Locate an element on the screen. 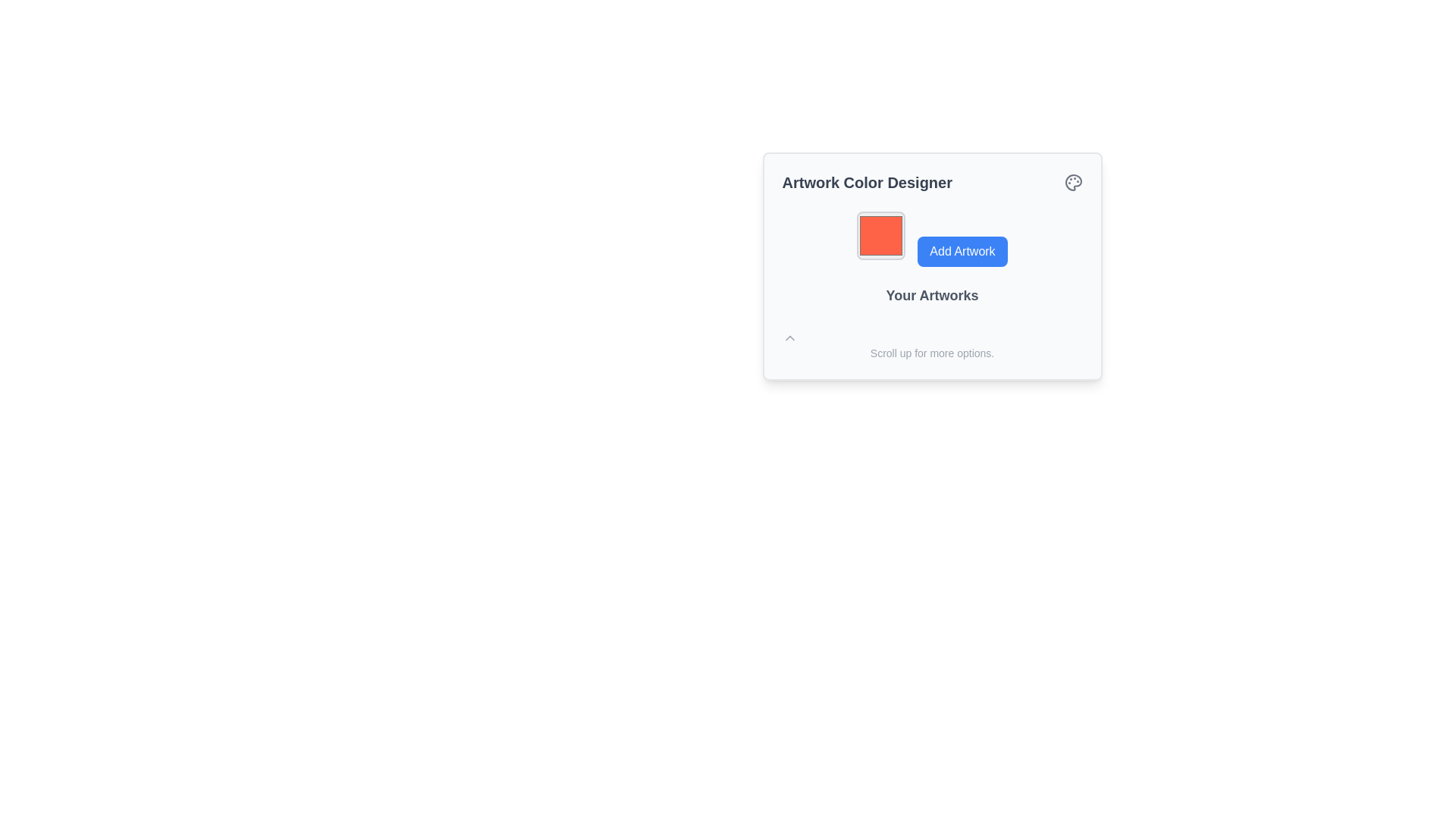  the decorative graphical icon located in the top-right corner of the 'Artwork Color Designer' card is located at coordinates (1072, 181).